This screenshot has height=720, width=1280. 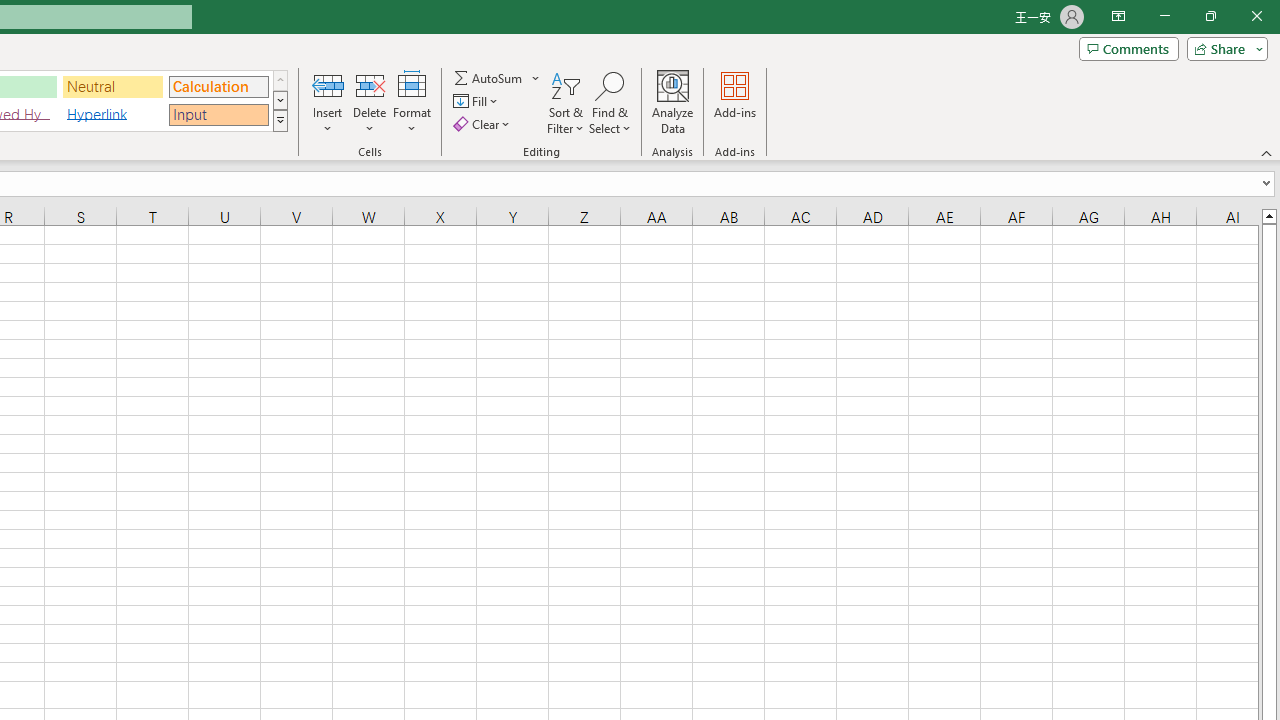 I want to click on 'Ribbon Display Options', so click(x=1117, y=16).